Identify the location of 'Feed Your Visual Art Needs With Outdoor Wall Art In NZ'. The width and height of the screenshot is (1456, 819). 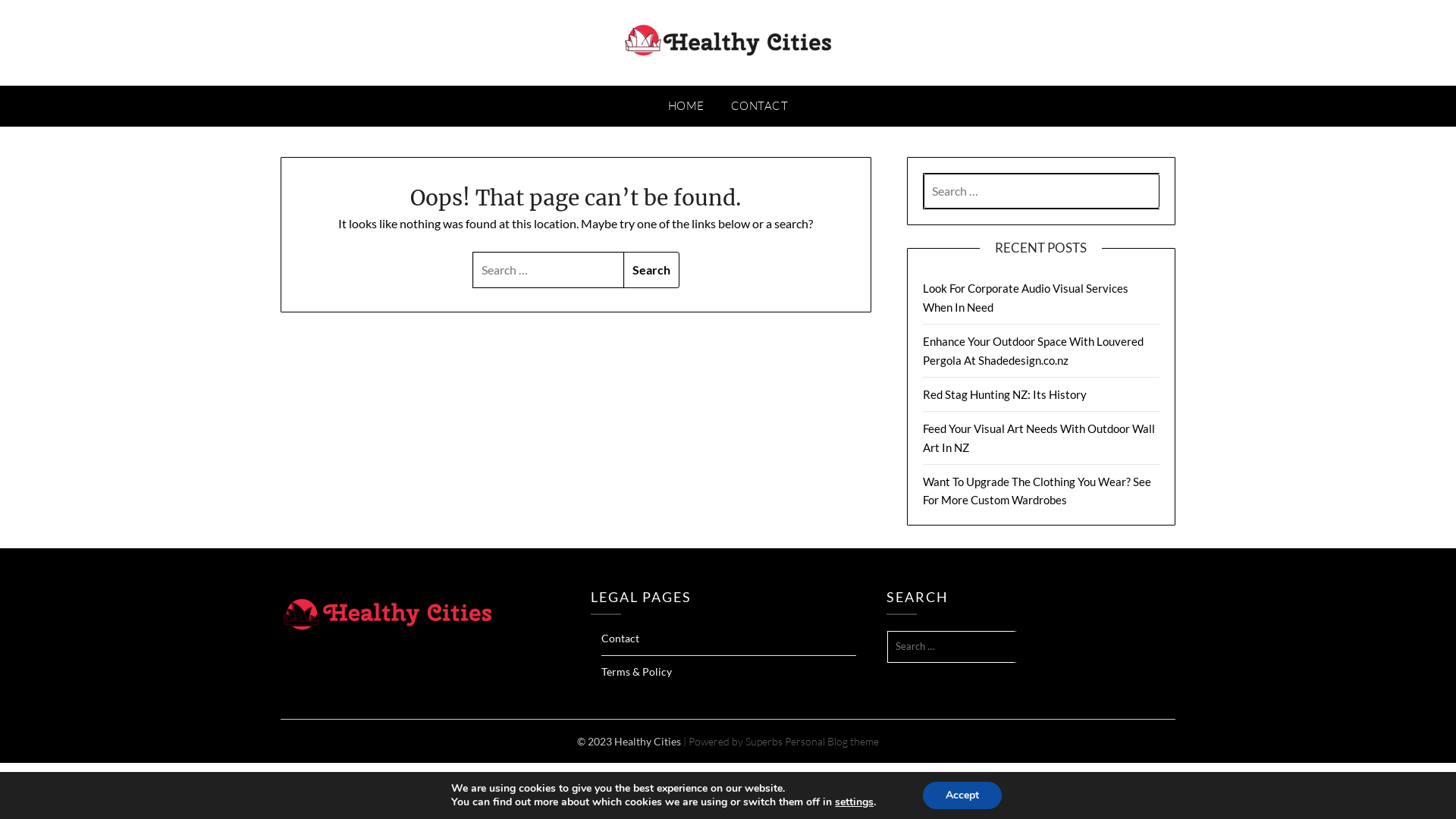
(1037, 438).